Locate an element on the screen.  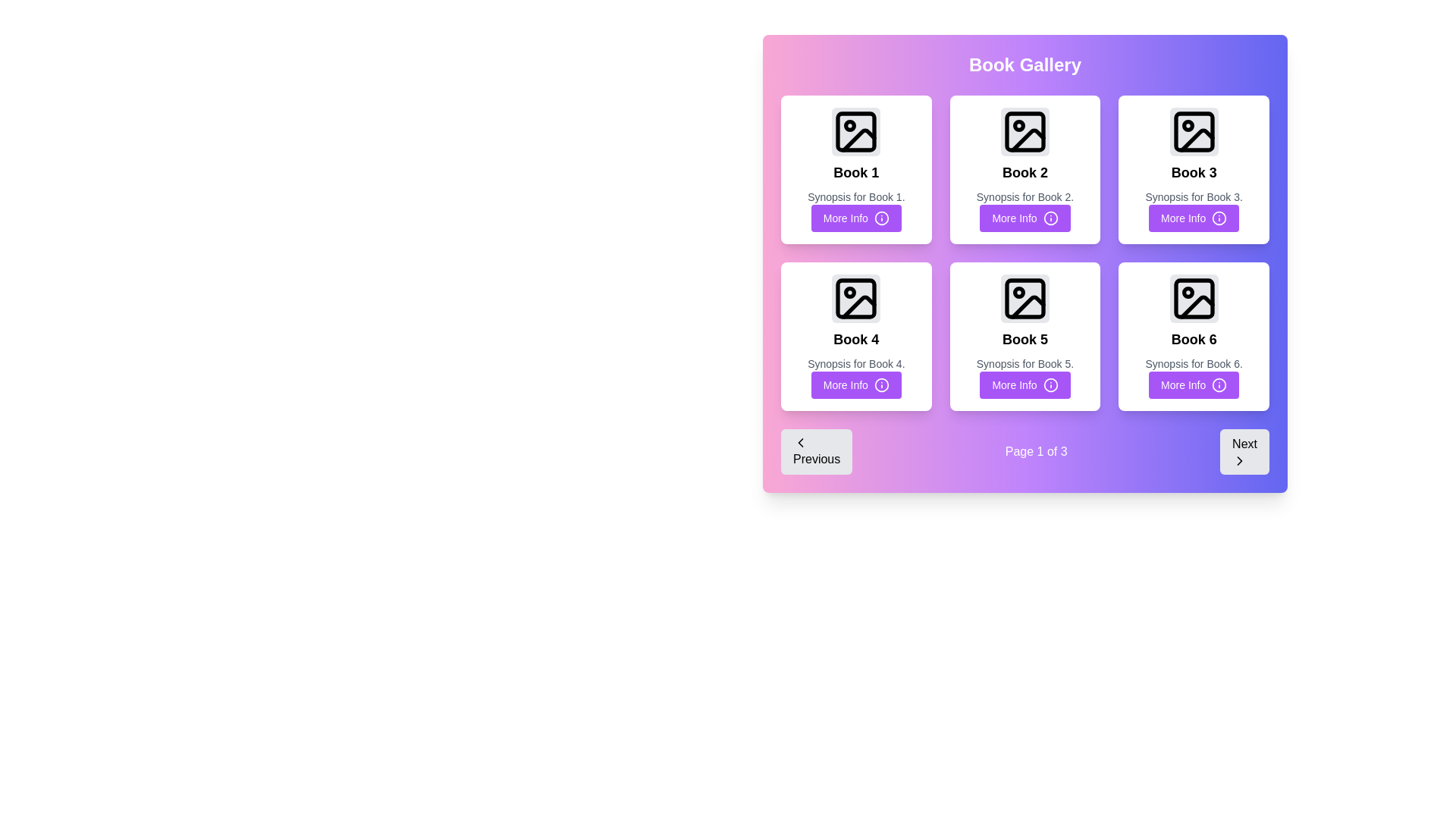
the text label that displays 'Book 5', which is styled in bold is located at coordinates (1025, 338).